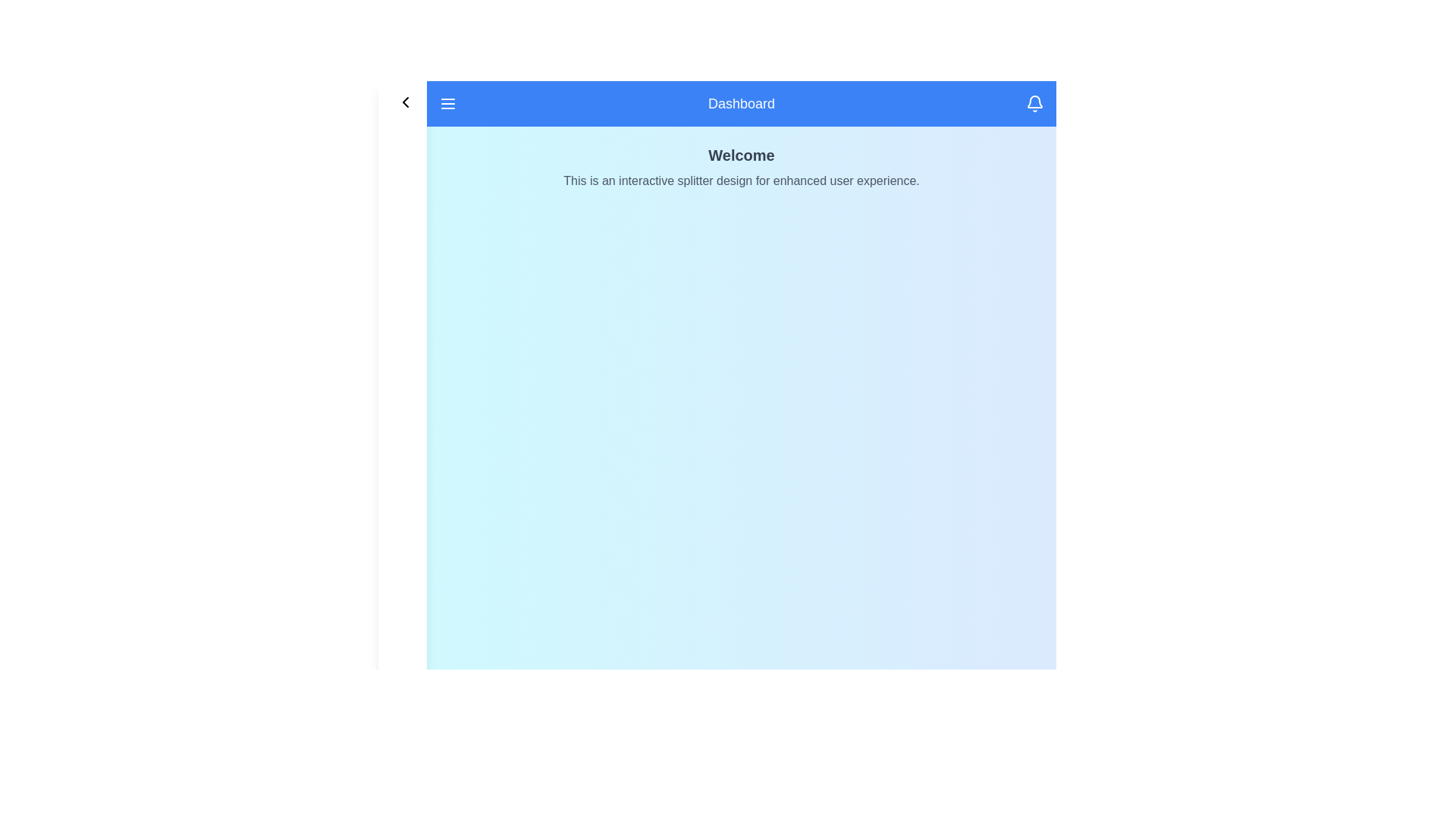 Image resolution: width=1456 pixels, height=819 pixels. I want to click on the bell icon located in the top-right corner of the blue navigation bar, so click(1034, 103).